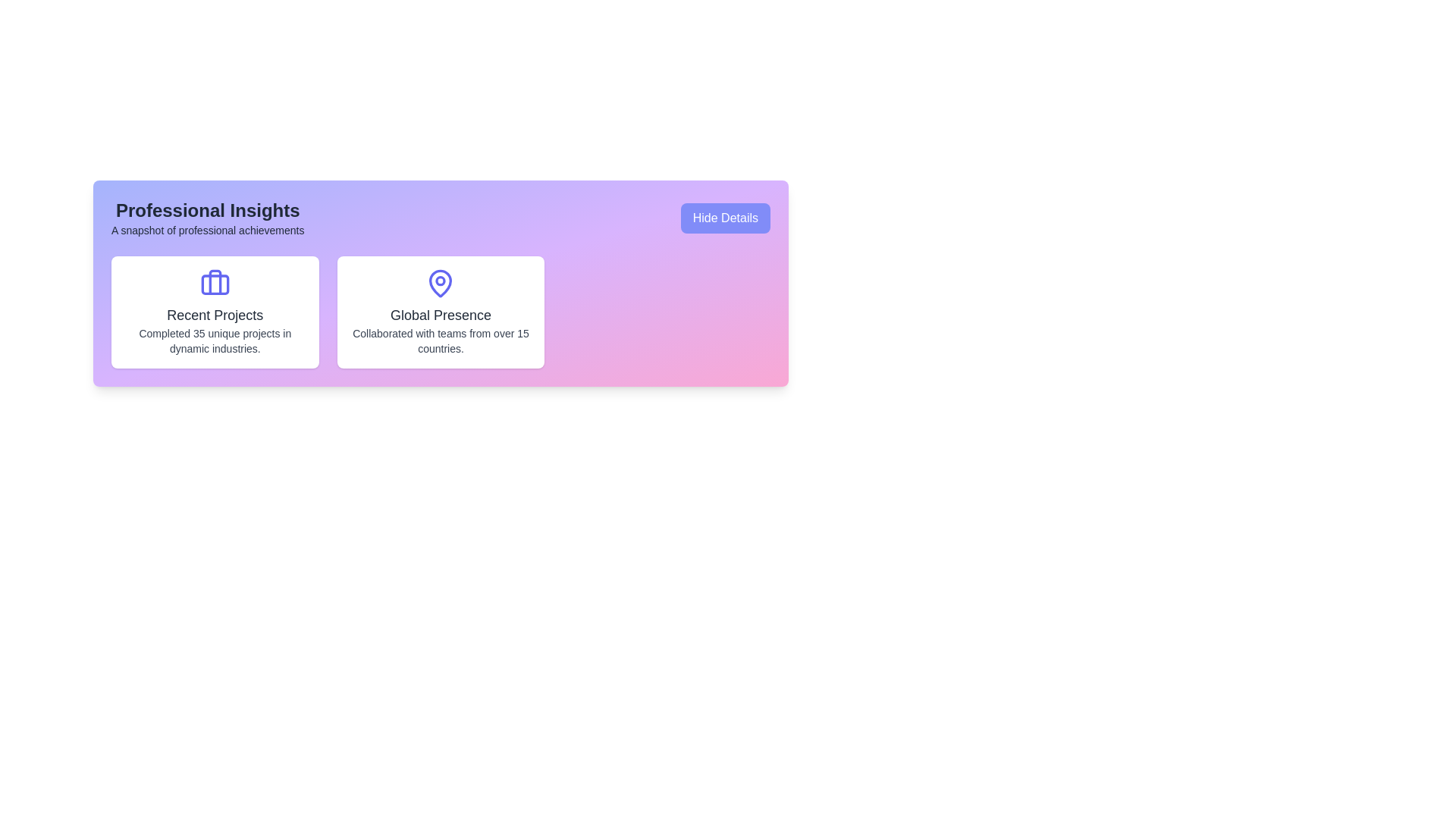 The height and width of the screenshot is (819, 1456). What do you see at coordinates (440, 315) in the screenshot?
I see `the 'Global Presence' text label, which serves as a title within a white card on the right side of the interface` at bounding box center [440, 315].